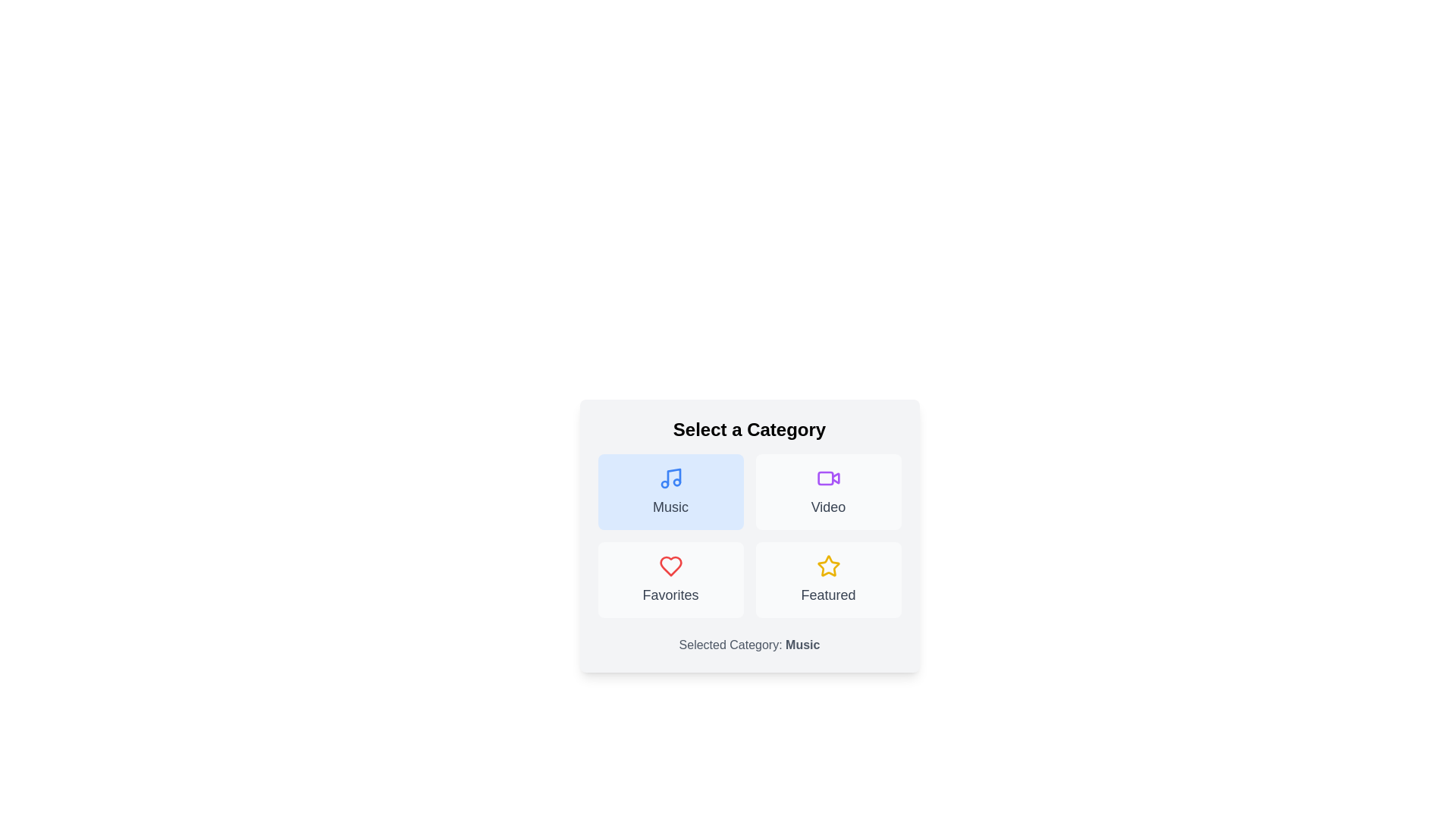 Image resolution: width=1456 pixels, height=819 pixels. What do you see at coordinates (827, 579) in the screenshot?
I see `the category Featured by clicking on its button` at bounding box center [827, 579].